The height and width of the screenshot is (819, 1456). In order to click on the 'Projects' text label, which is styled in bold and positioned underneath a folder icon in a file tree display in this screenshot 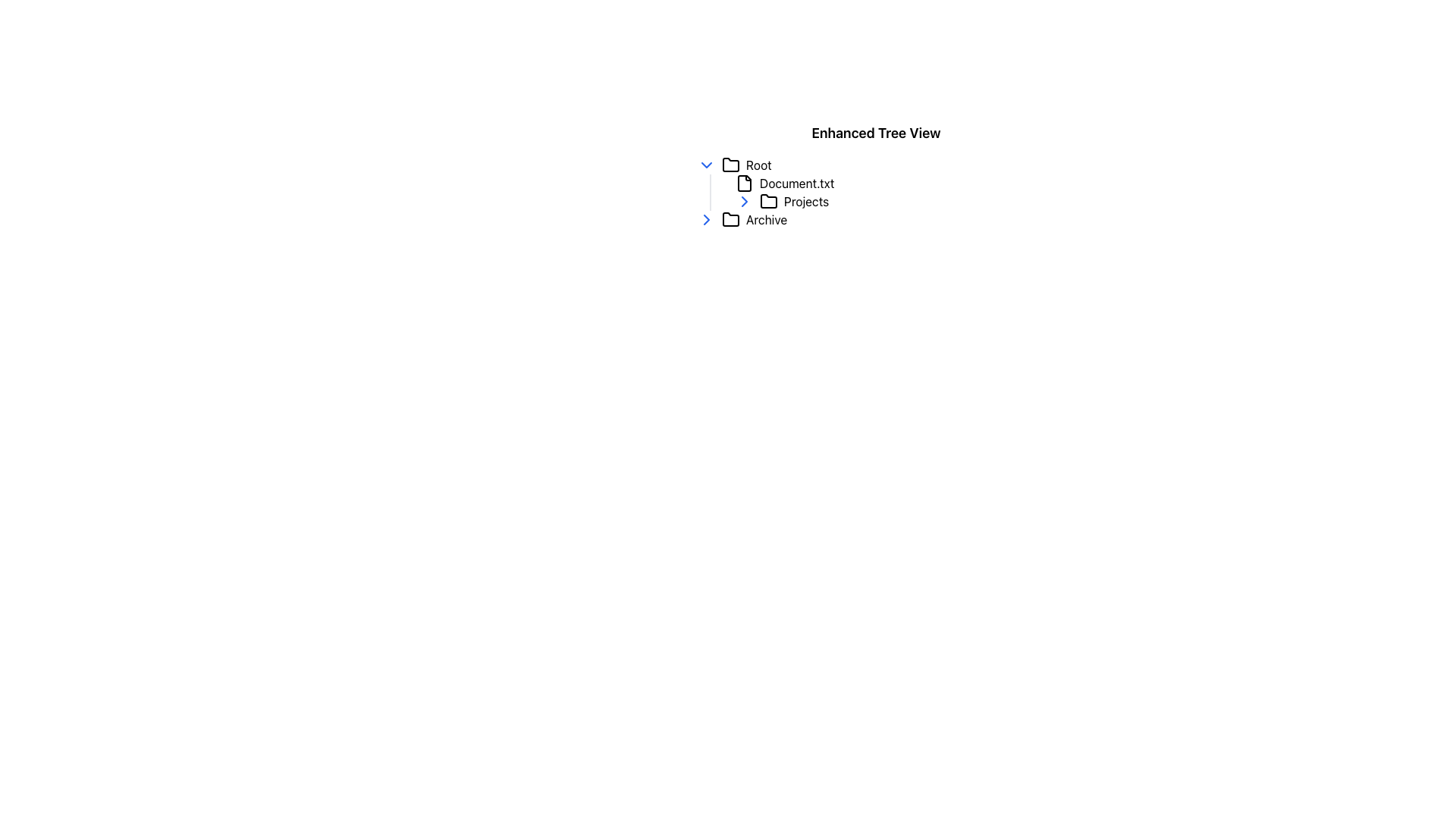, I will do `click(805, 201)`.